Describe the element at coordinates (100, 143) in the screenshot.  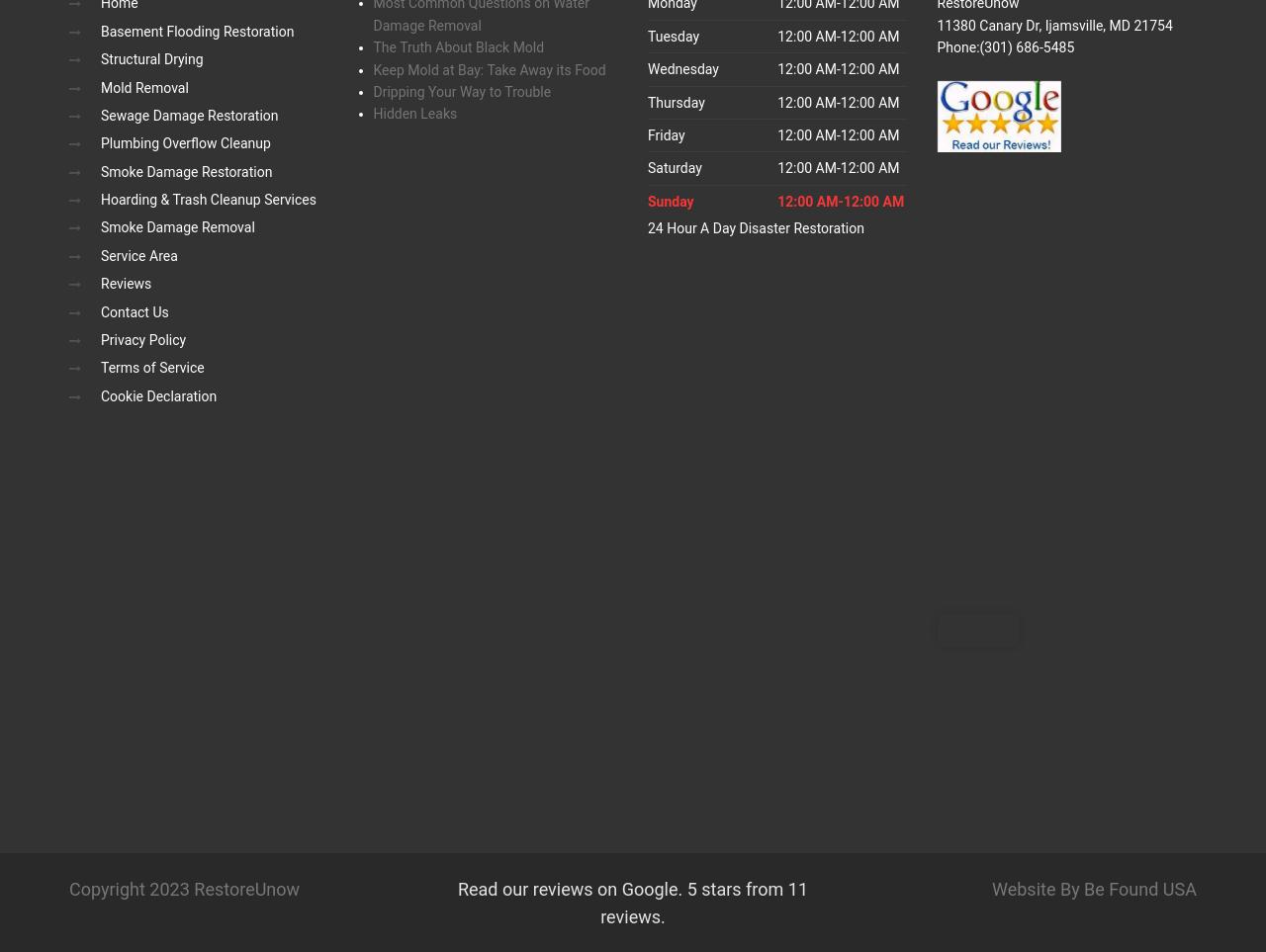
I see `'Plumbing Overflow Cleanup'` at that location.